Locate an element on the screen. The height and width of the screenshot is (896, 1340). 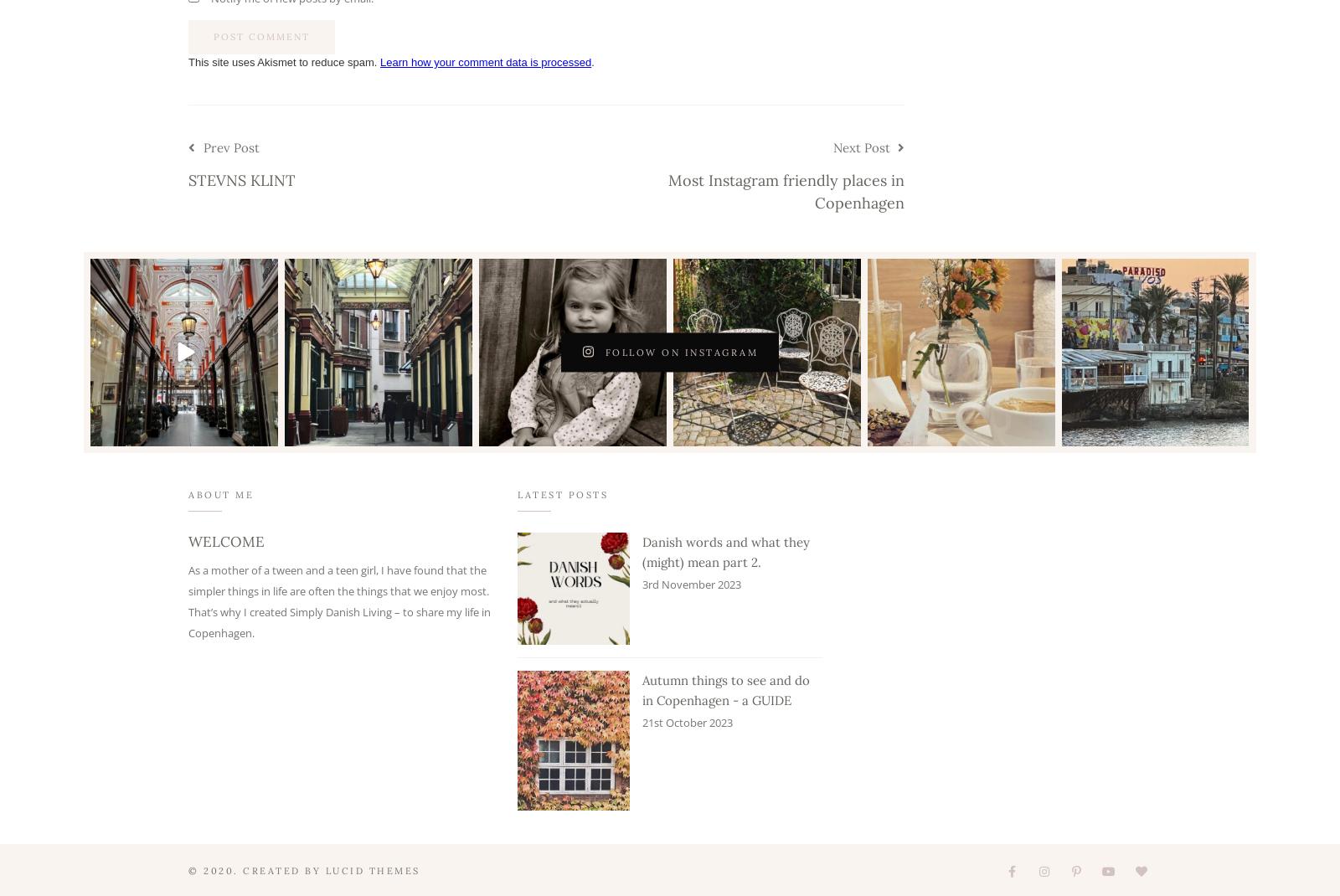
'As a mother of a tween and a teen girl, I have found that the simpler things in life are often the things that we enjoy most. That’s why I created Simply Danish Living – to share my life in Copenhagen.' is located at coordinates (188, 600).